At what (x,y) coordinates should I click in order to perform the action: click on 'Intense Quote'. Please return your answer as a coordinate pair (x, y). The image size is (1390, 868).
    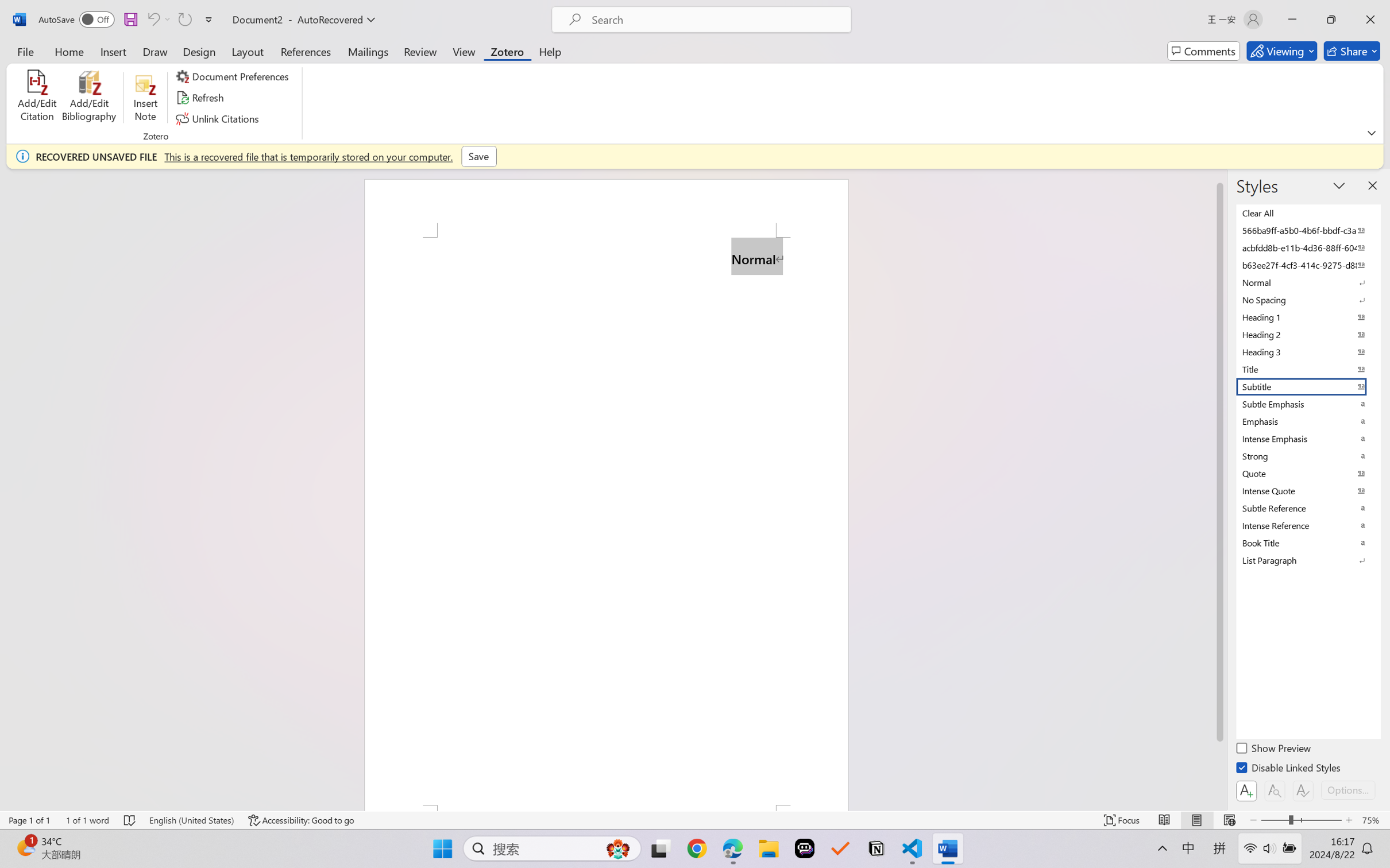
    Looking at the image, I should click on (1307, 491).